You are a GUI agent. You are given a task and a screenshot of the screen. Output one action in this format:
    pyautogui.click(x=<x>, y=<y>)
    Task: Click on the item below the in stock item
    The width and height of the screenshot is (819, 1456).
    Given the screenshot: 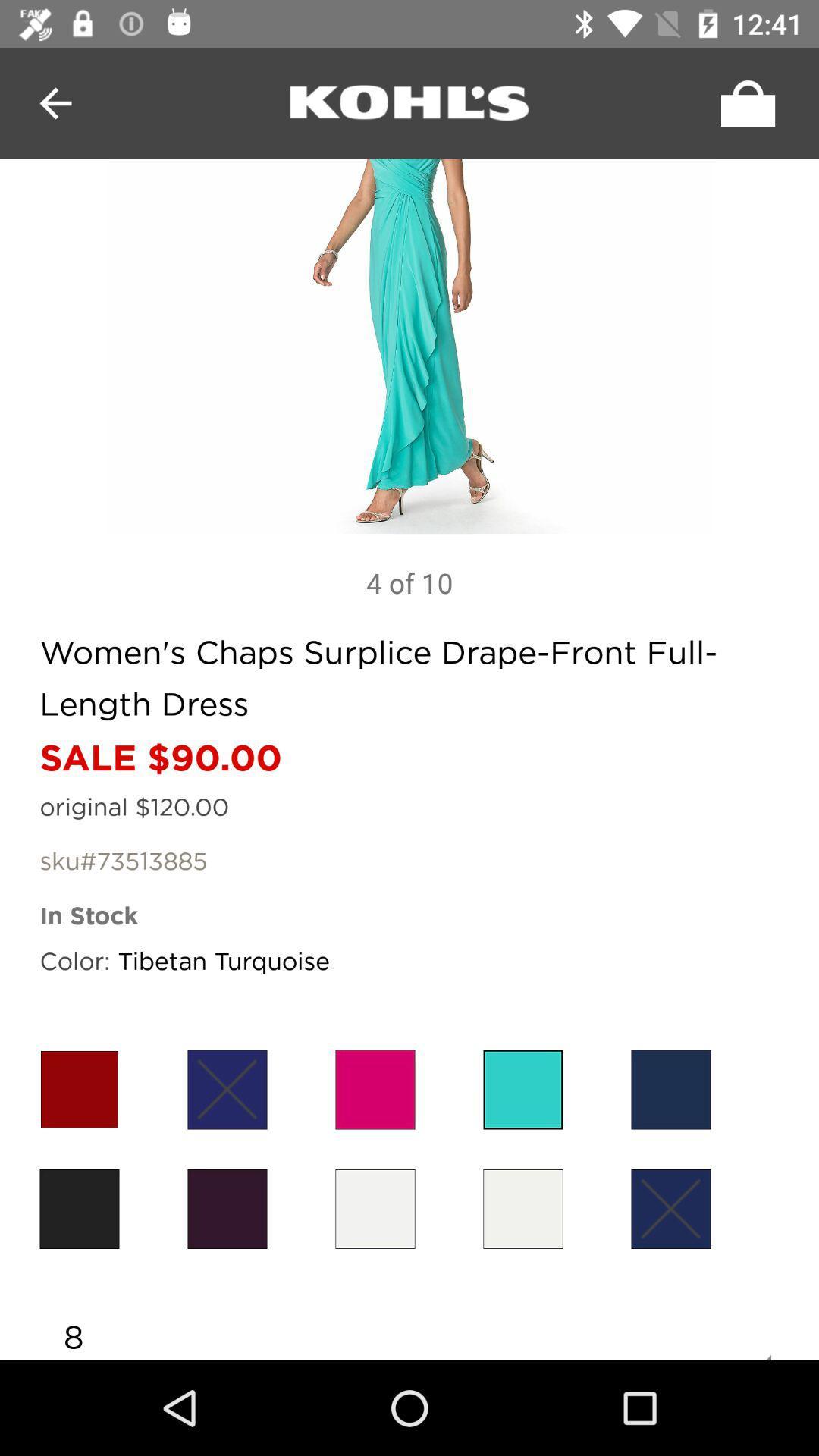 What is the action you would take?
    pyautogui.click(x=670, y=1088)
    